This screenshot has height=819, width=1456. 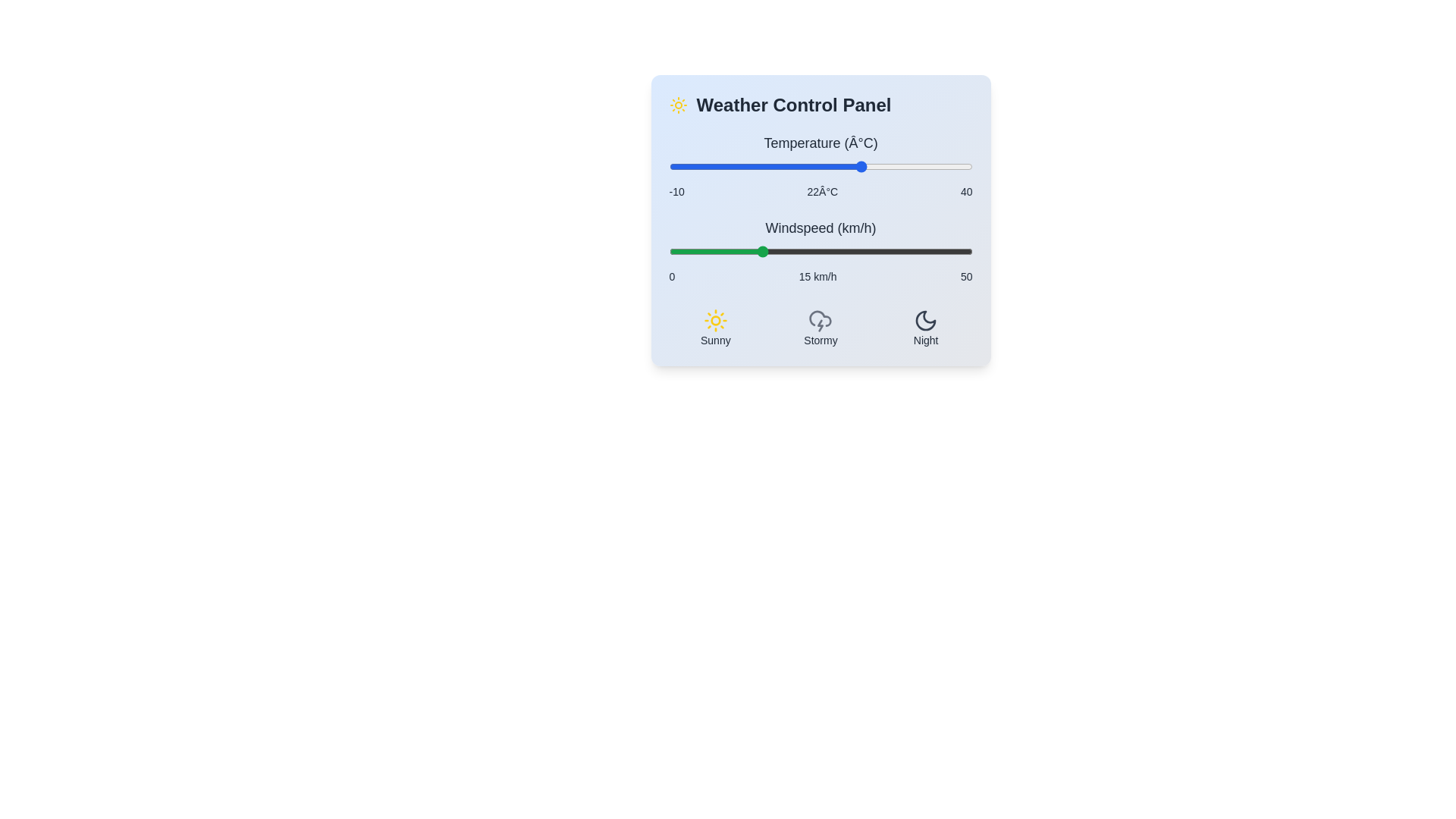 I want to click on the Temperature slider, so click(x=742, y=166).